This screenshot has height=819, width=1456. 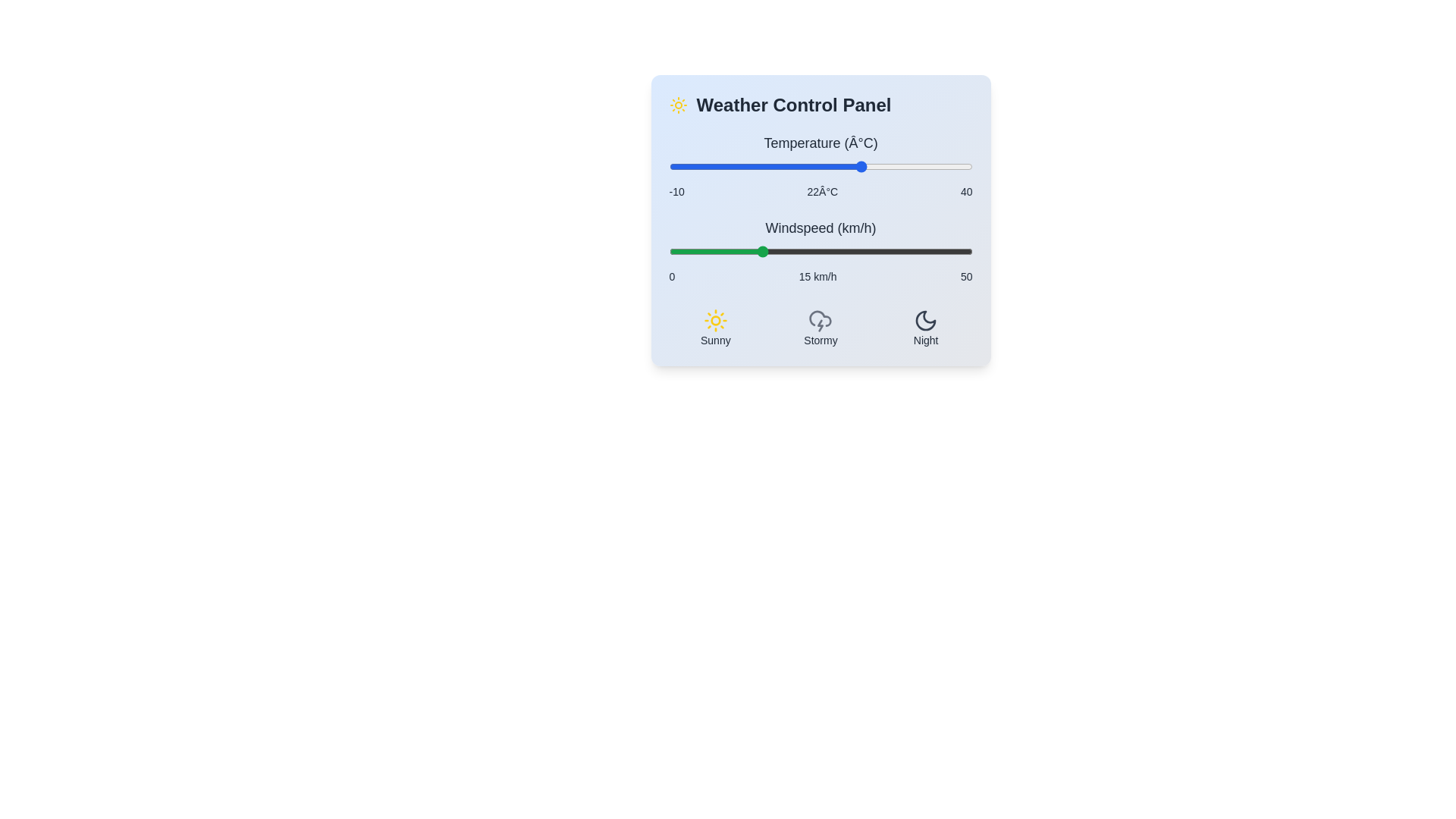 I want to click on the Temperature slider, so click(x=742, y=166).